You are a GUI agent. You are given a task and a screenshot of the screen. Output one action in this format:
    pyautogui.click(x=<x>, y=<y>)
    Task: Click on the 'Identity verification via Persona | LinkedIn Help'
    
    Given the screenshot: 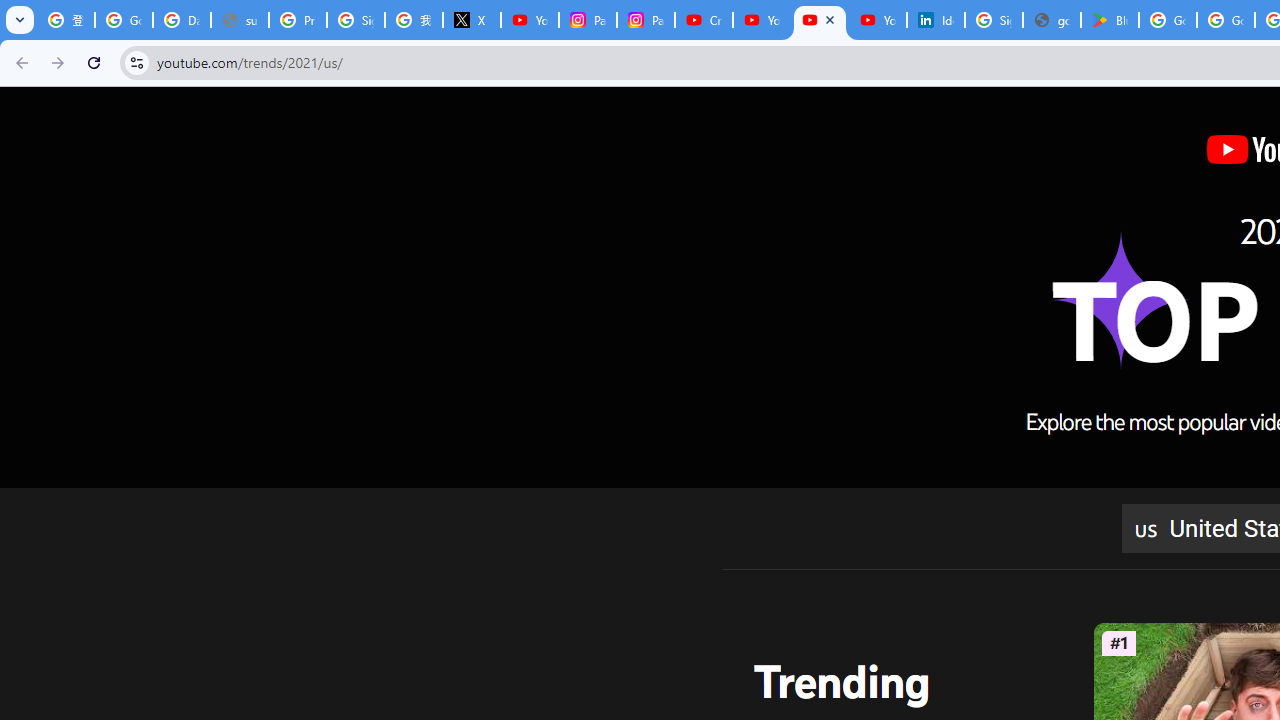 What is the action you would take?
    pyautogui.click(x=935, y=20)
    